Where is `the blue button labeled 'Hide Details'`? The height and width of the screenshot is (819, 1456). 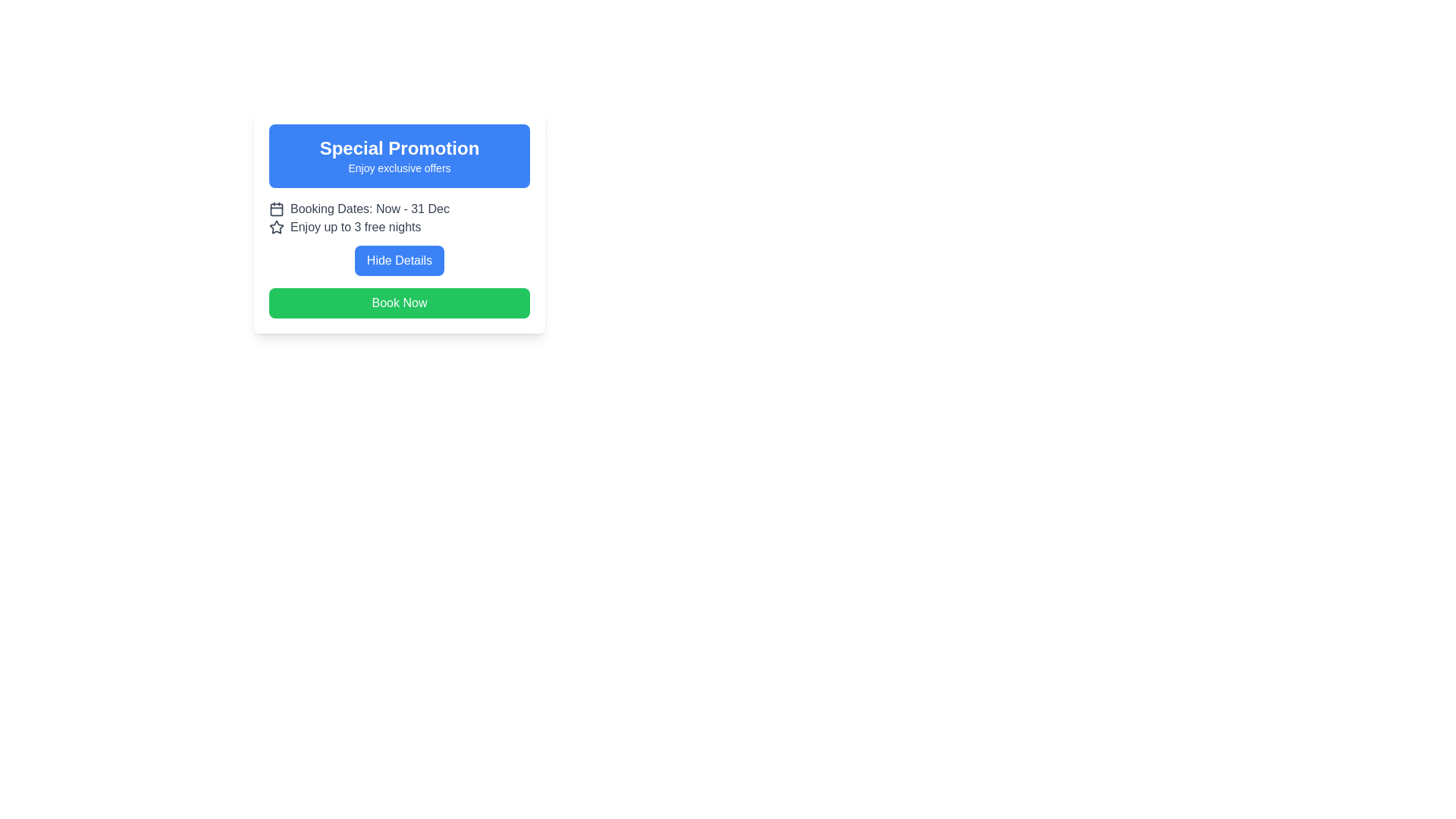
the blue button labeled 'Hide Details' is located at coordinates (400, 259).